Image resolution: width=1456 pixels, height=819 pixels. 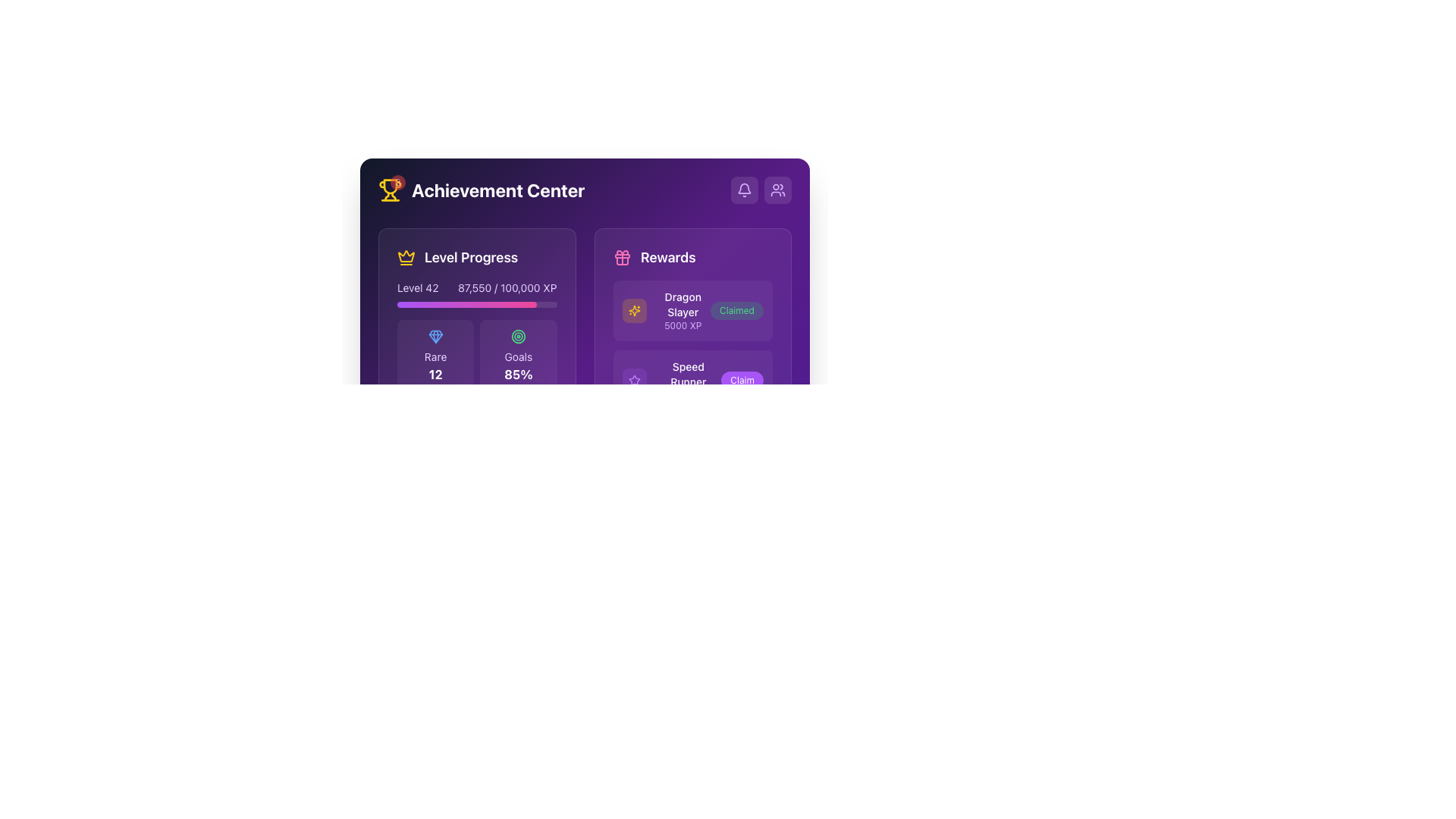 I want to click on the Text Label displaying '5000 XP', which is styled in purple and located below the 'Dragon Slayer' text in the 'Rewards' section, so click(x=682, y=325).